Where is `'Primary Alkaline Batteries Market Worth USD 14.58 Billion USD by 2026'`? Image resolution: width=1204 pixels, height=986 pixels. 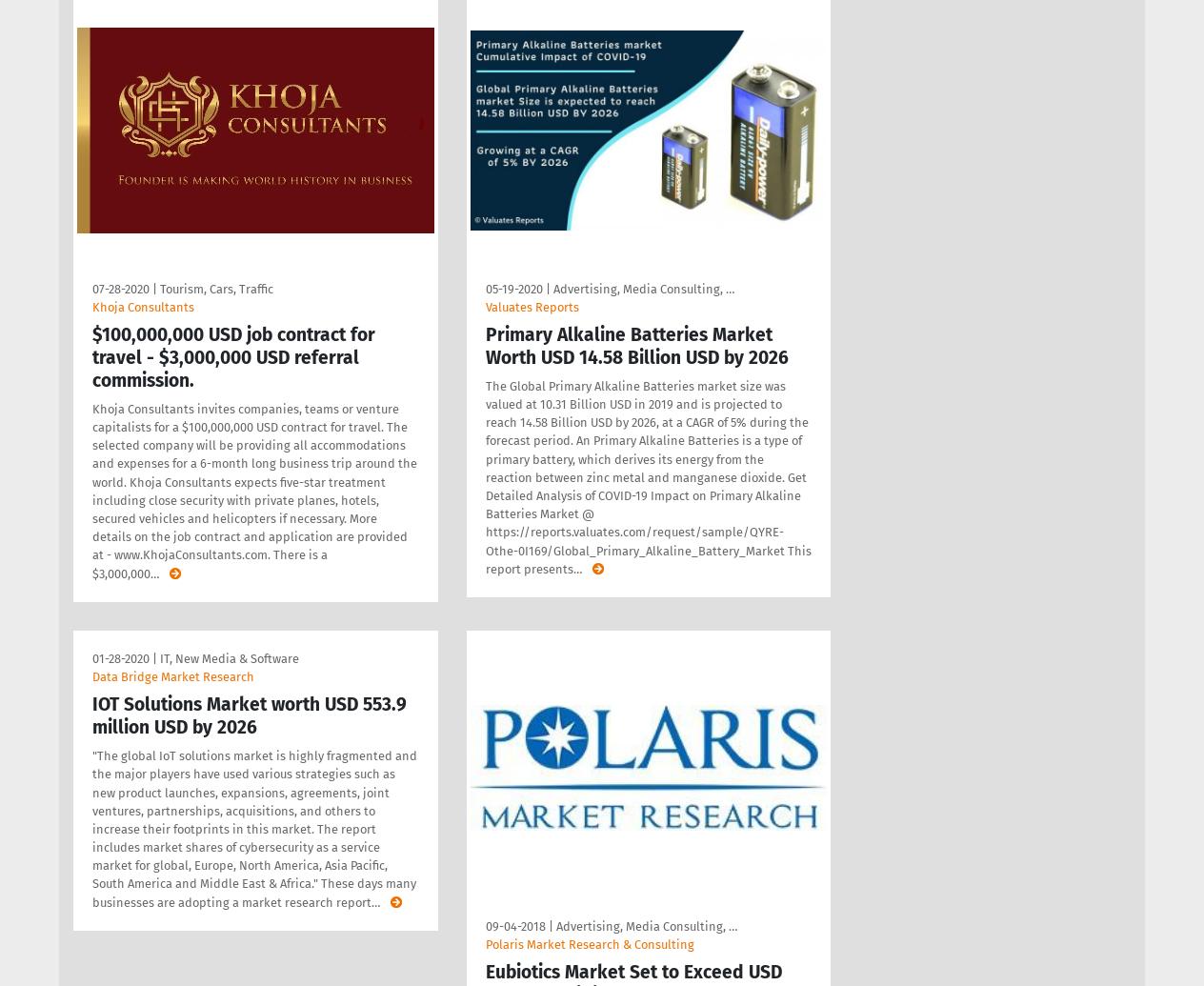 'Primary Alkaline Batteries Market Worth USD 14.58 Billion USD by 2026' is located at coordinates (635, 345).